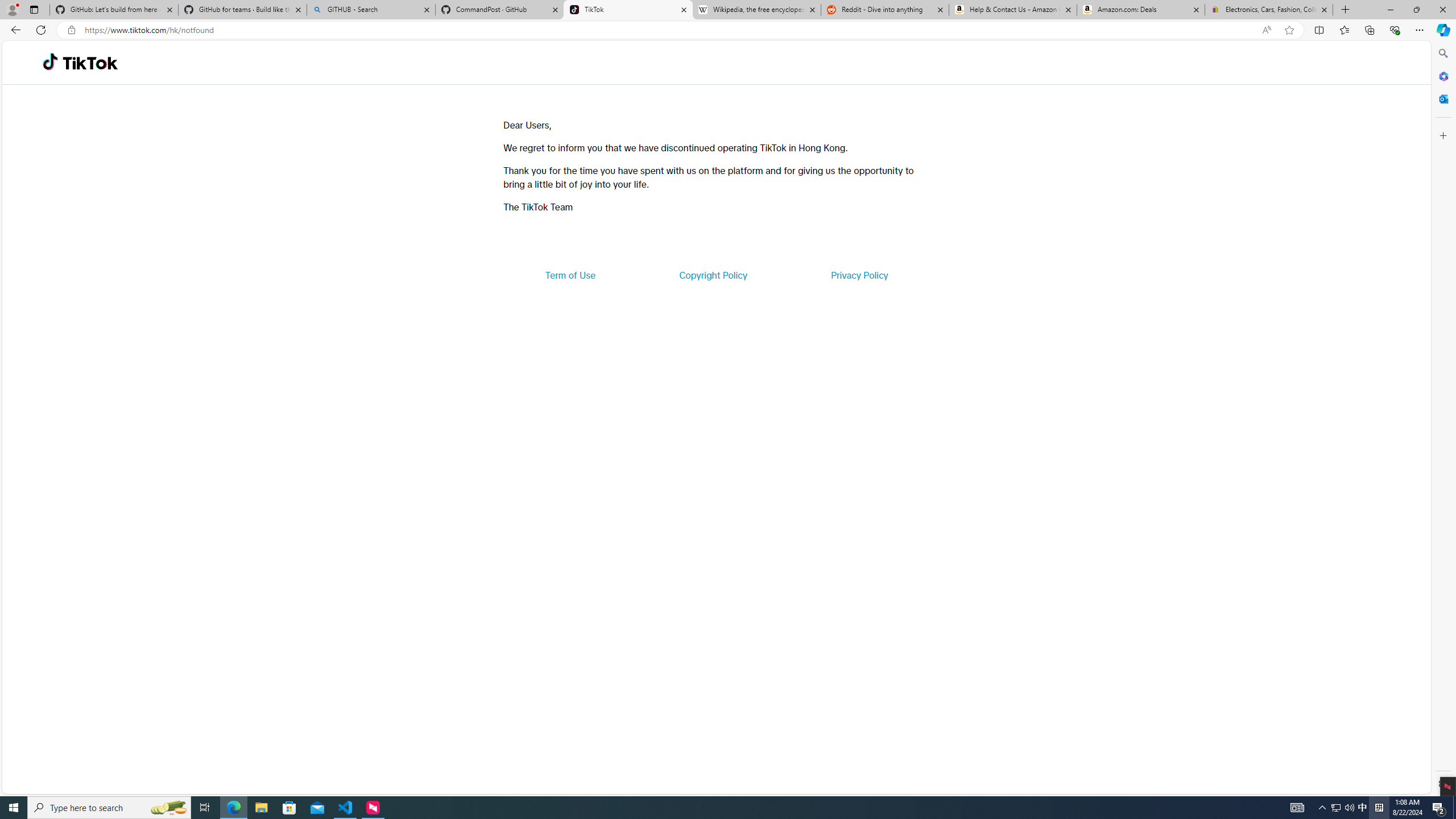 The image size is (1456, 819). What do you see at coordinates (1012, 9) in the screenshot?
I see `'Help & Contact Us - Amazon Customer Service'` at bounding box center [1012, 9].